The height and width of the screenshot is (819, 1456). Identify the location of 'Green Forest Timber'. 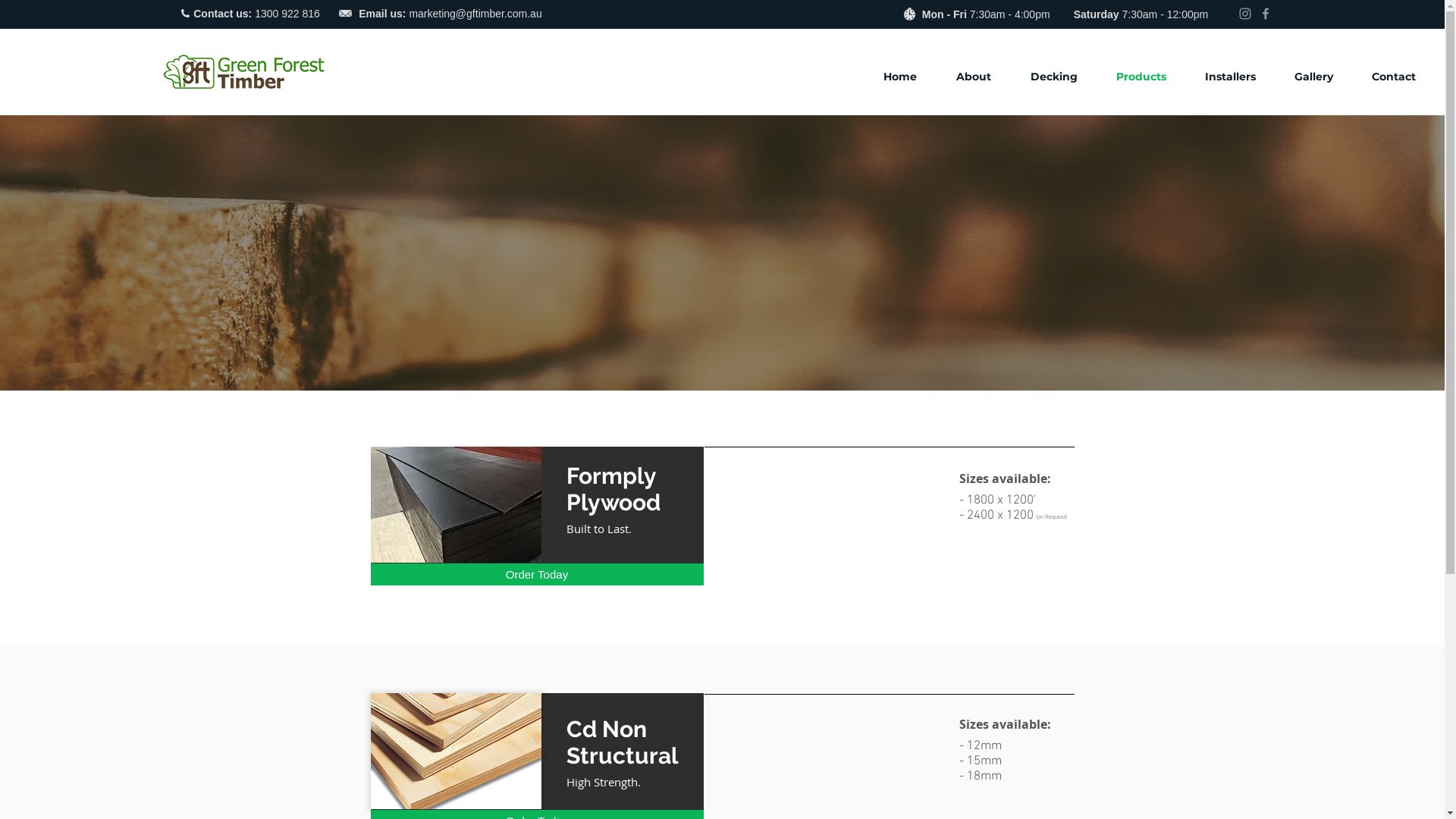
(243, 71).